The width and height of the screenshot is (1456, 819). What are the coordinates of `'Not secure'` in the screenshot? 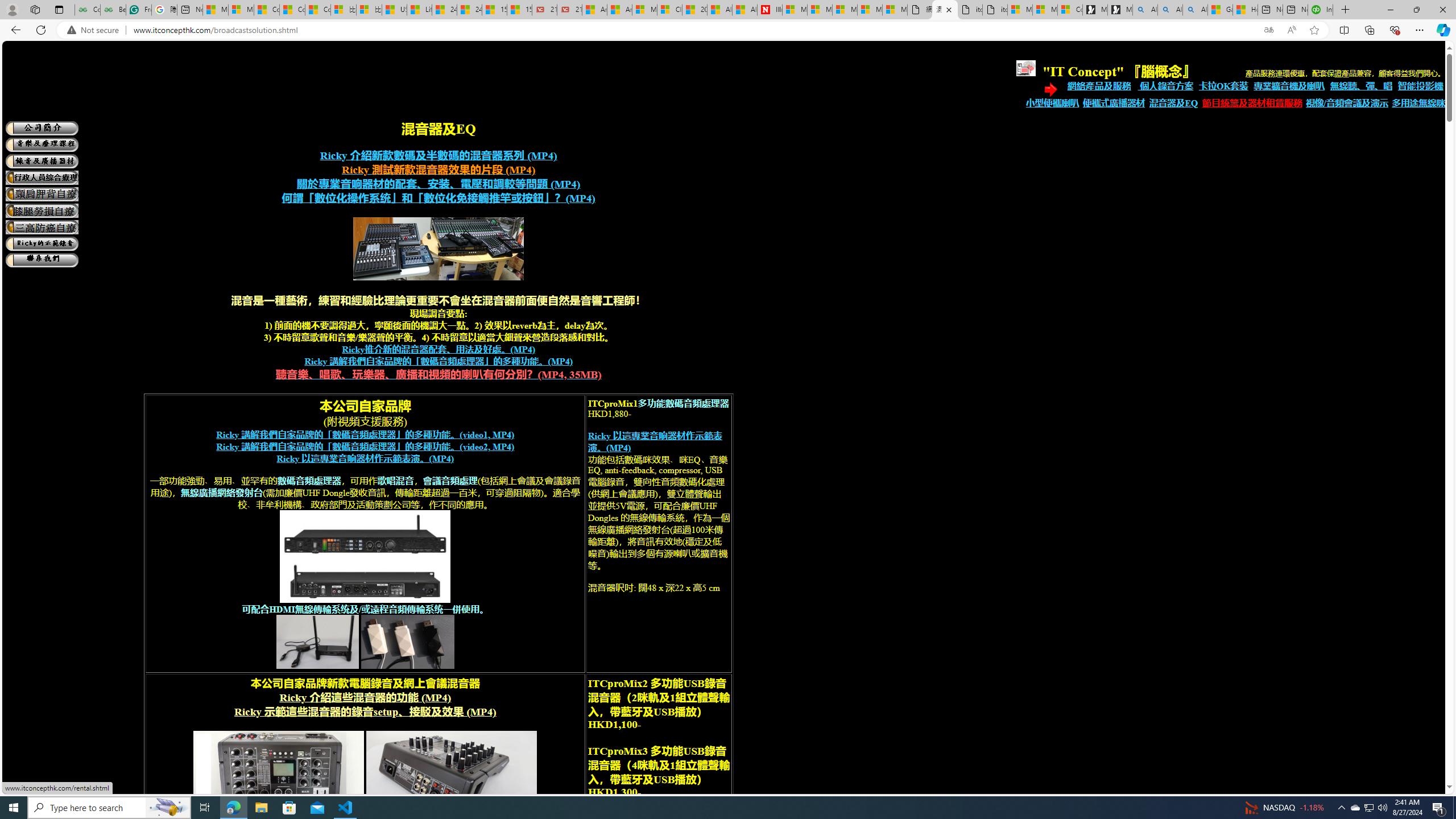 It's located at (95, 30).